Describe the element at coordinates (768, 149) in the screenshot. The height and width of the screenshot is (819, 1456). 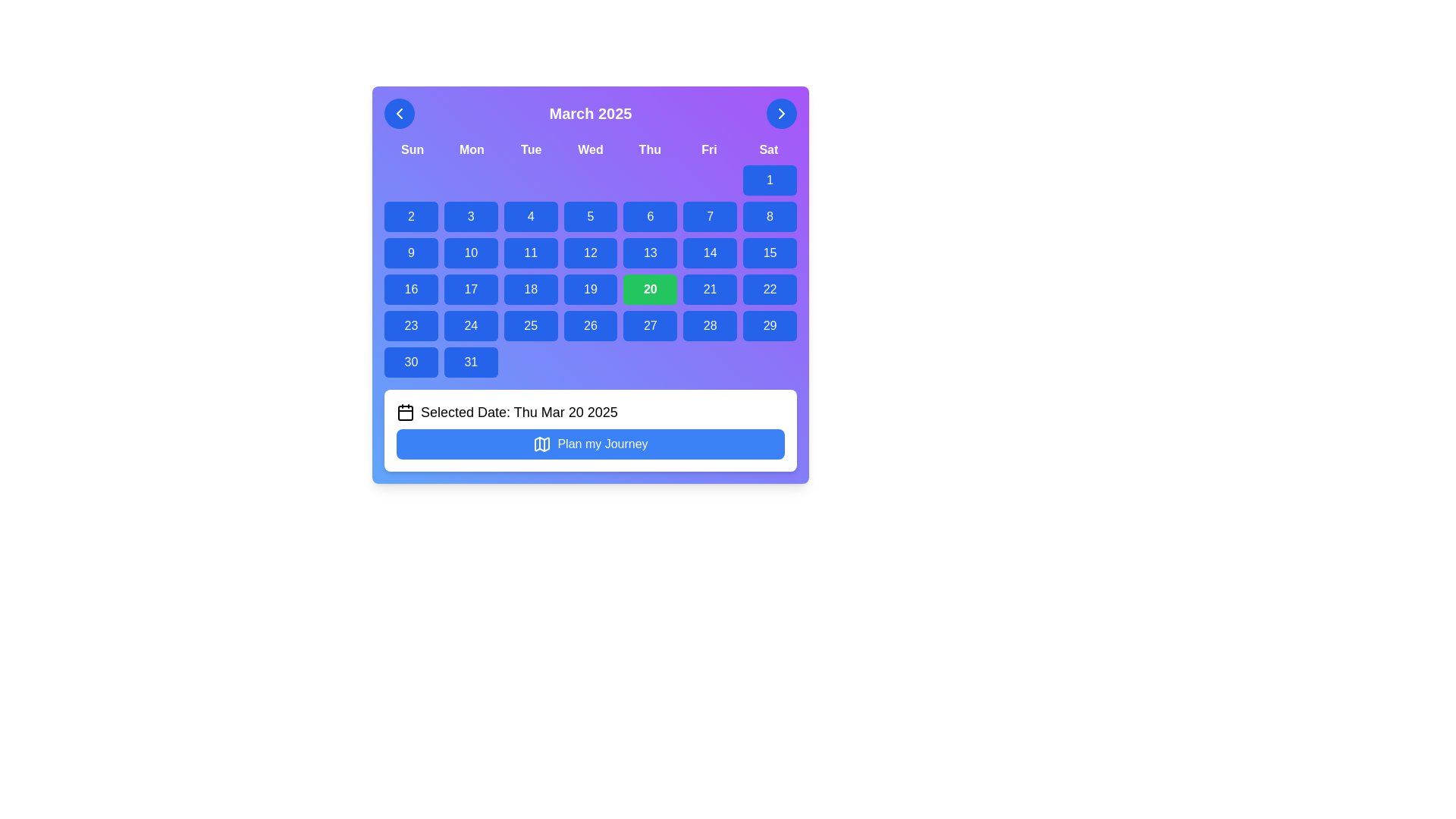
I see `the 'Sat' column text label in the calendar view` at that location.